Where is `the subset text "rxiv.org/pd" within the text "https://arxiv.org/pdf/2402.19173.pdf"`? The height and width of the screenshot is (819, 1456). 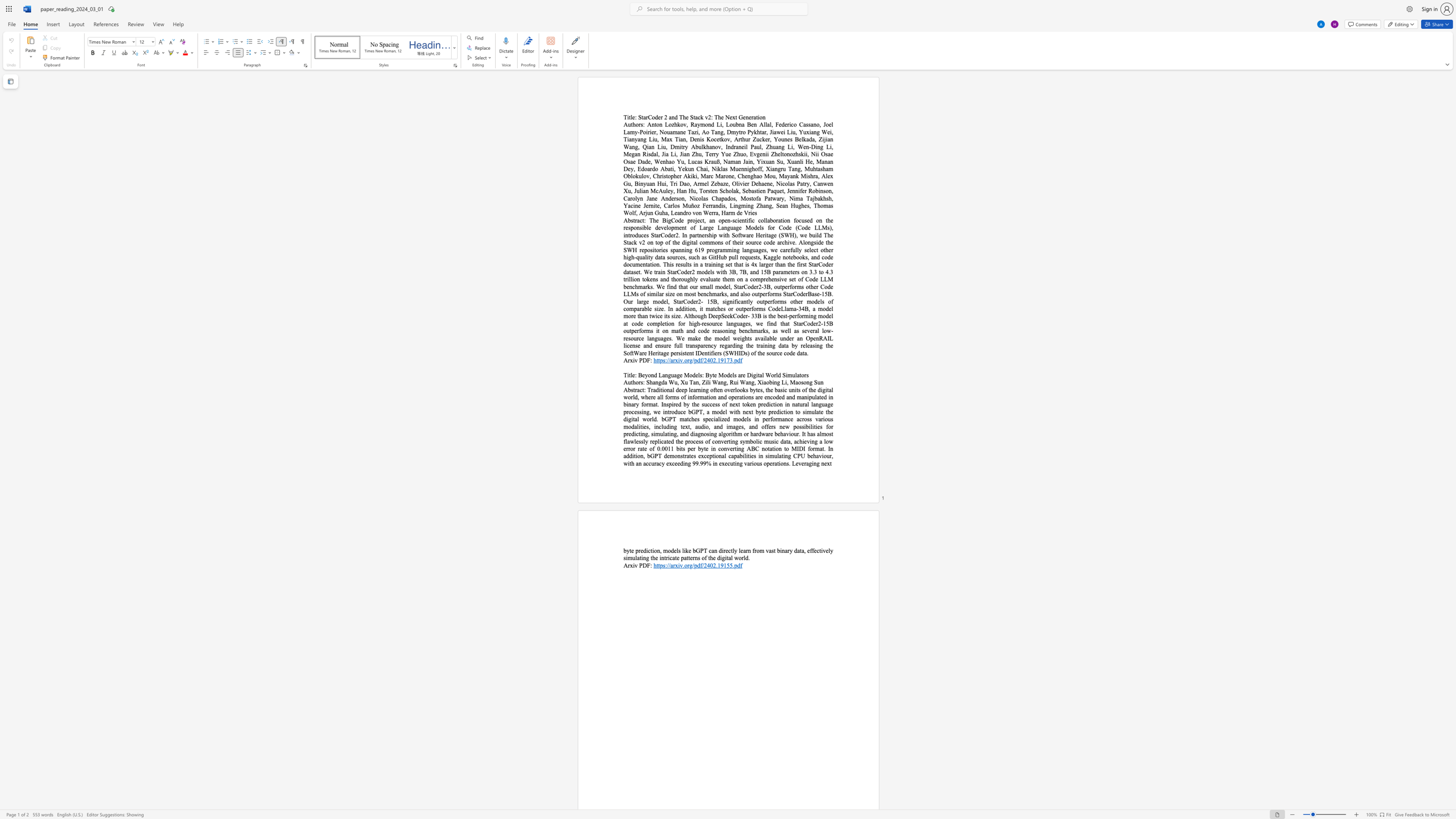 the subset text "rxiv.org/pd" within the text "https://arxiv.org/pdf/2402.19173.pdf" is located at coordinates (673, 359).